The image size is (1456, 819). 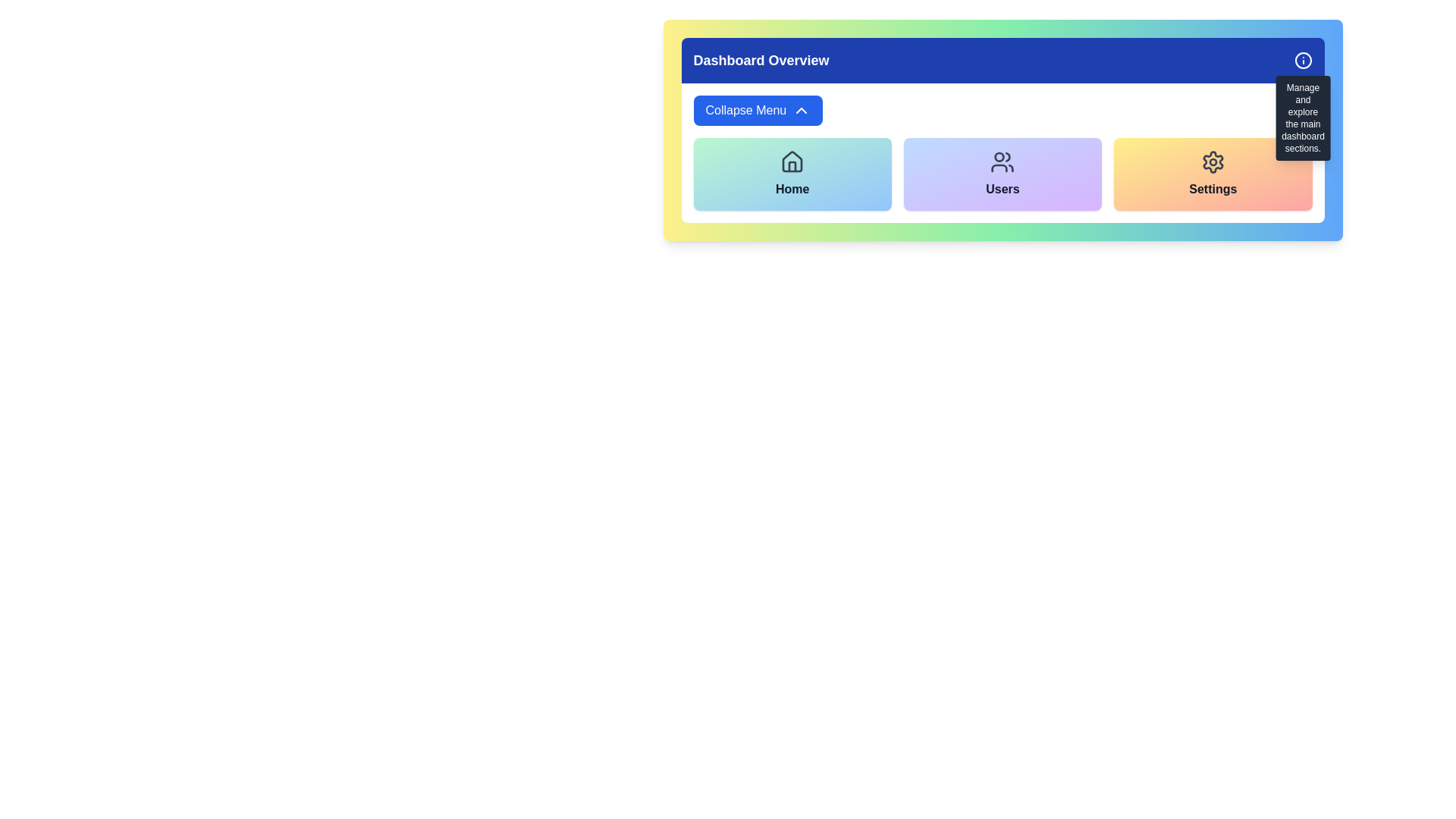 I want to click on the text label identifying the 'Home' section of the dashboard, which is located in the lower portion of a card and is the first among similar labels adjacent to 'Users' and 'Settings', so click(x=792, y=189).